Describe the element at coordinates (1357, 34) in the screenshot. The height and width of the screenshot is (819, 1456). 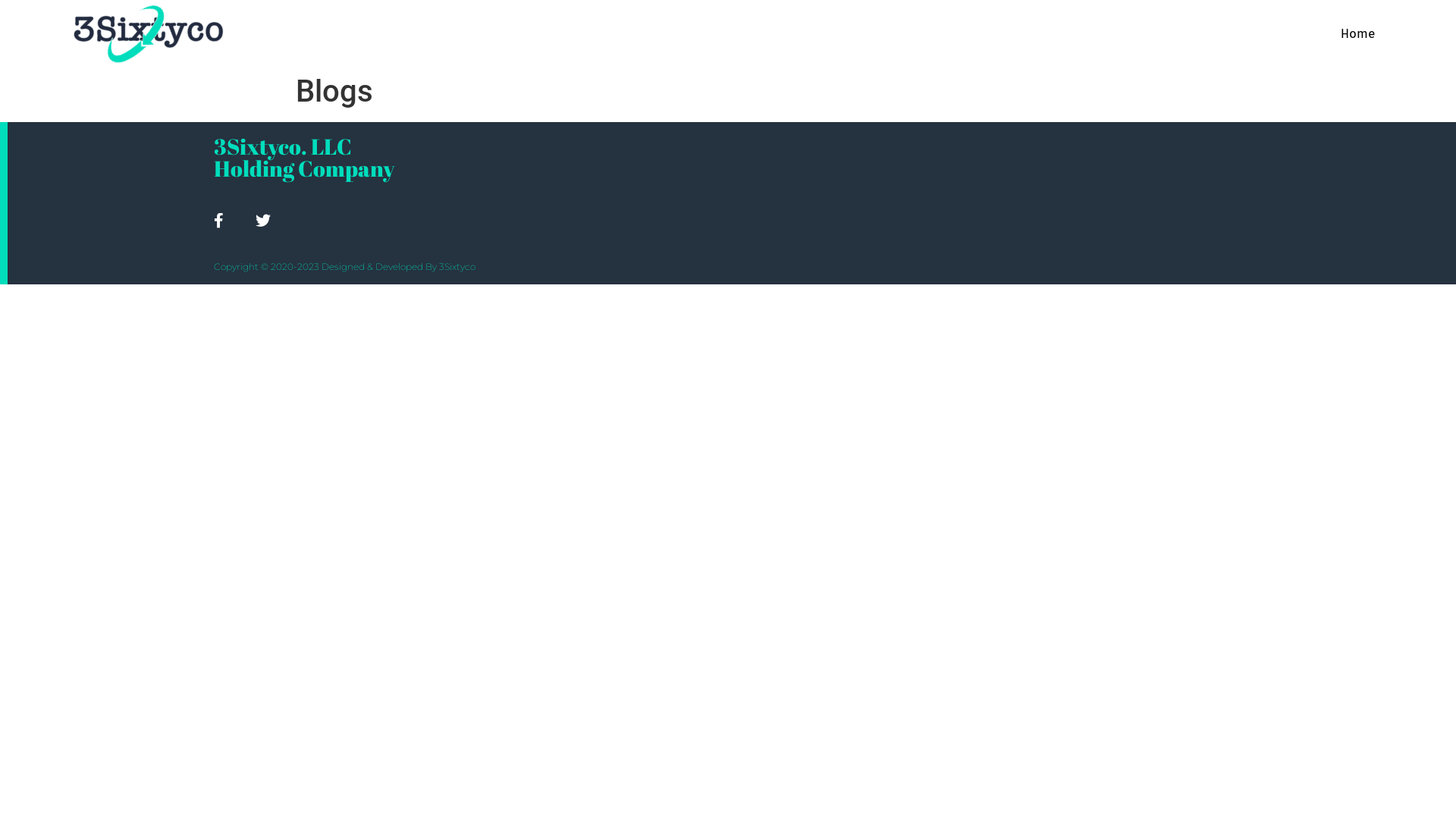
I see `'Home'` at that location.